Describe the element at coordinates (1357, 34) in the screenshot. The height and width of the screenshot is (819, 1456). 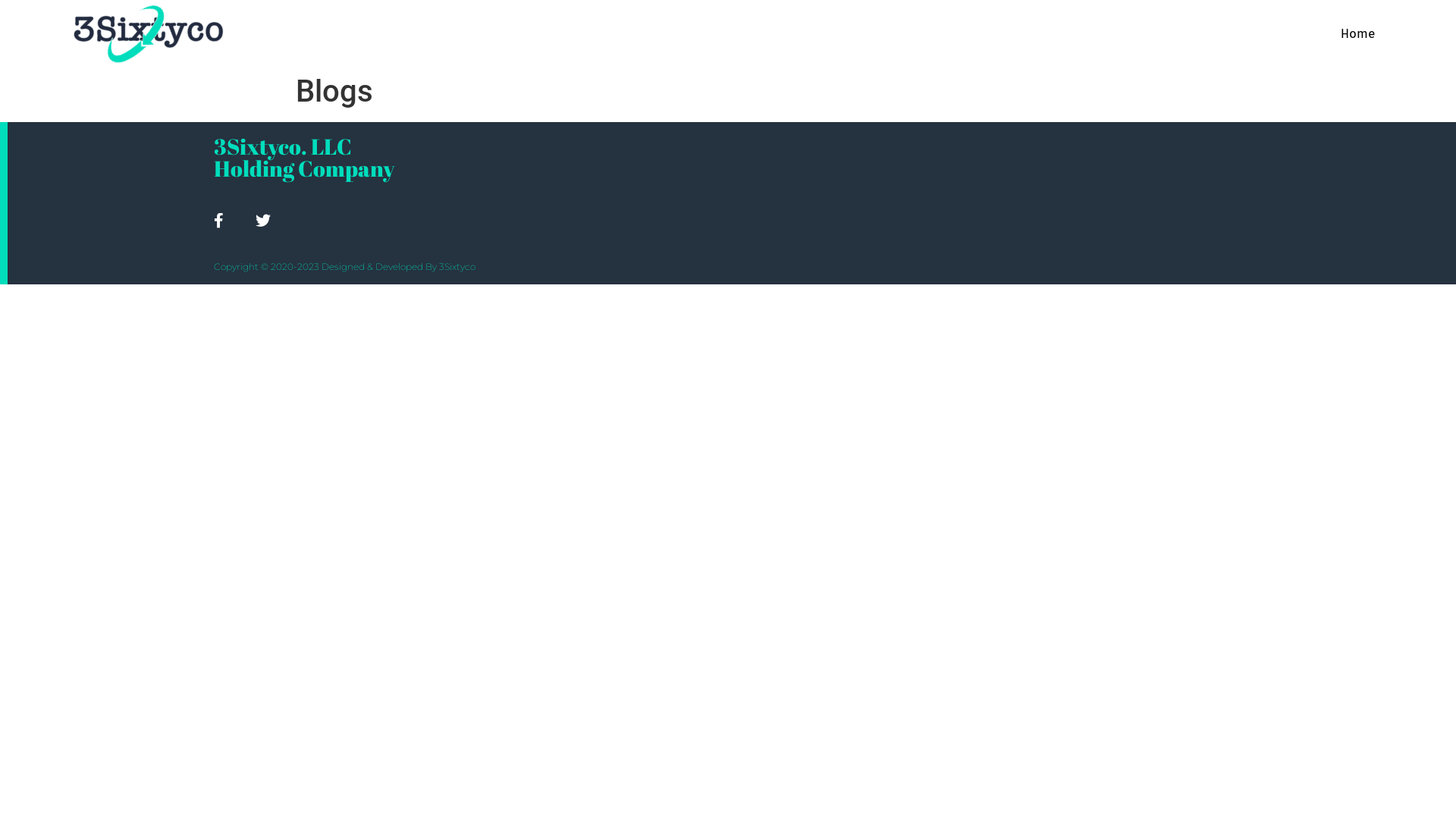
I see `'Home'` at that location.